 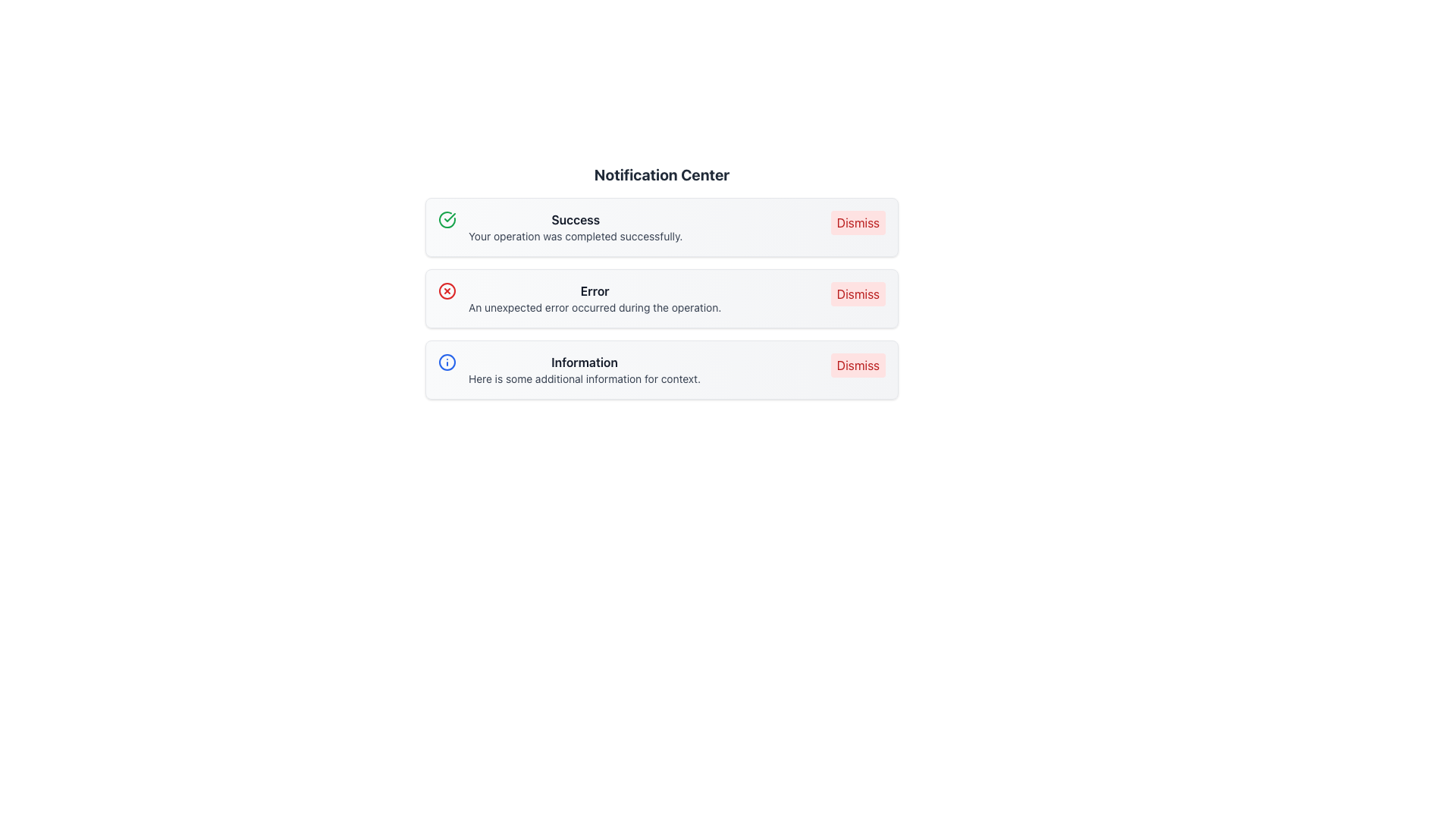 What do you see at coordinates (858, 294) in the screenshot?
I see `the dismiss button located on the right-hand side of the notification labeled 'Error'` at bounding box center [858, 294].